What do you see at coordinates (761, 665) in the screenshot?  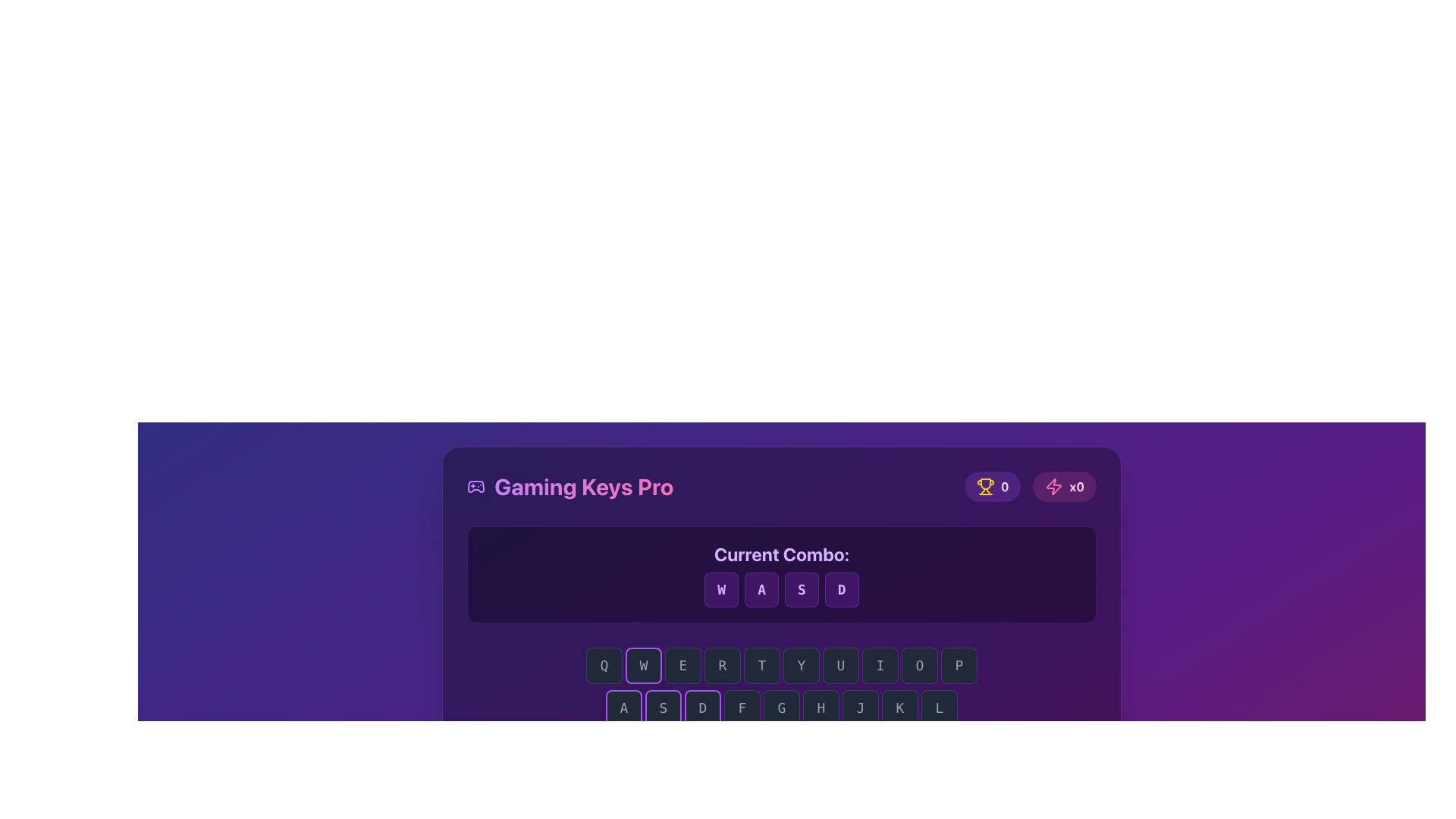 I see `the square button with rounded corners, dark-gray background, thin purple border, and the letter 'T' centered in light-gray color, located near the bottom of the interface` at bounding box center [761, 665].